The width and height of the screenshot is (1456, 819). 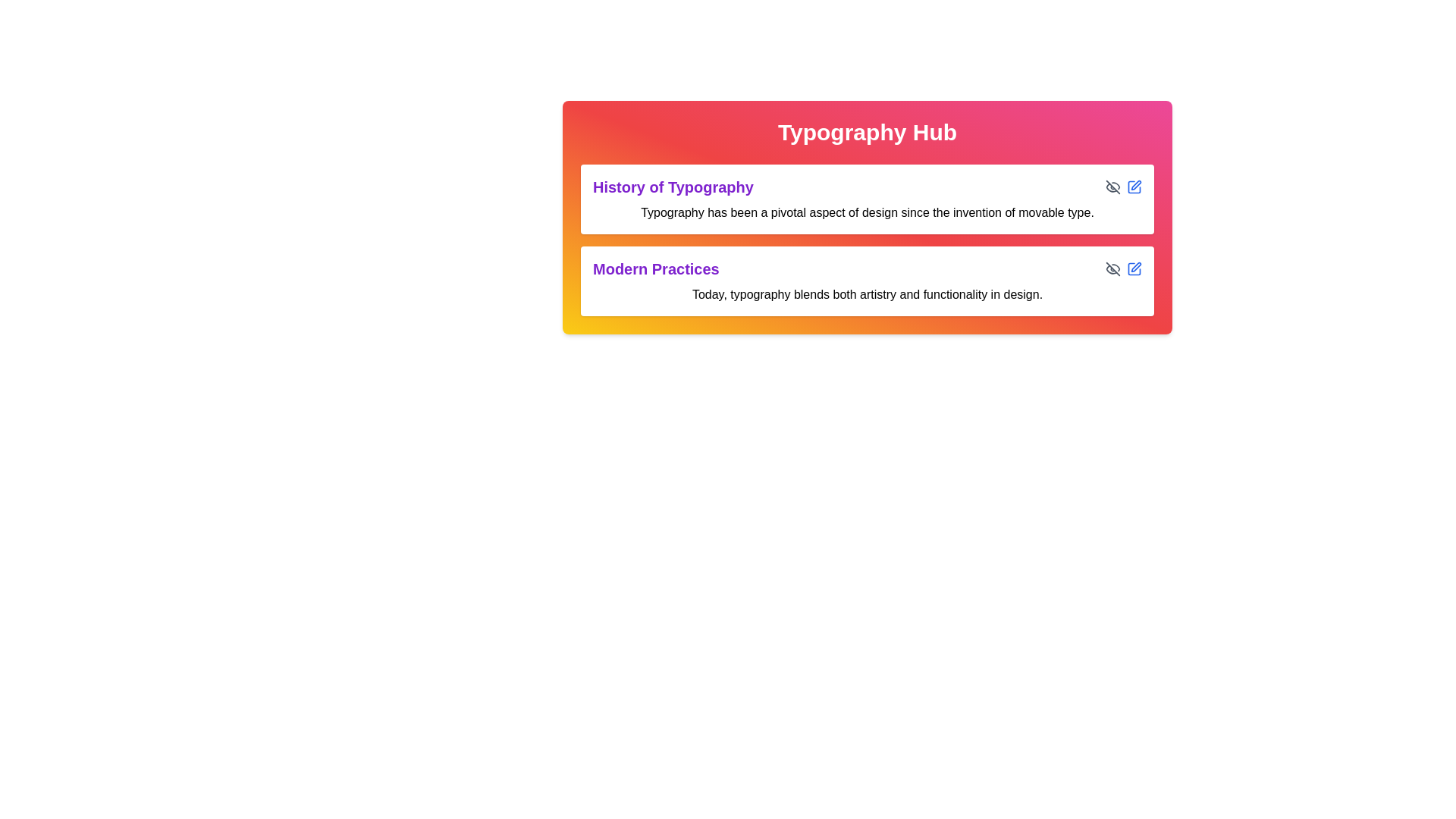 What do you see at coordinates (1124, 186) in the screenshot?
I see `the eye icon within the Icon group in the 'History of Typography' section` at bounding box center [1124, 186].